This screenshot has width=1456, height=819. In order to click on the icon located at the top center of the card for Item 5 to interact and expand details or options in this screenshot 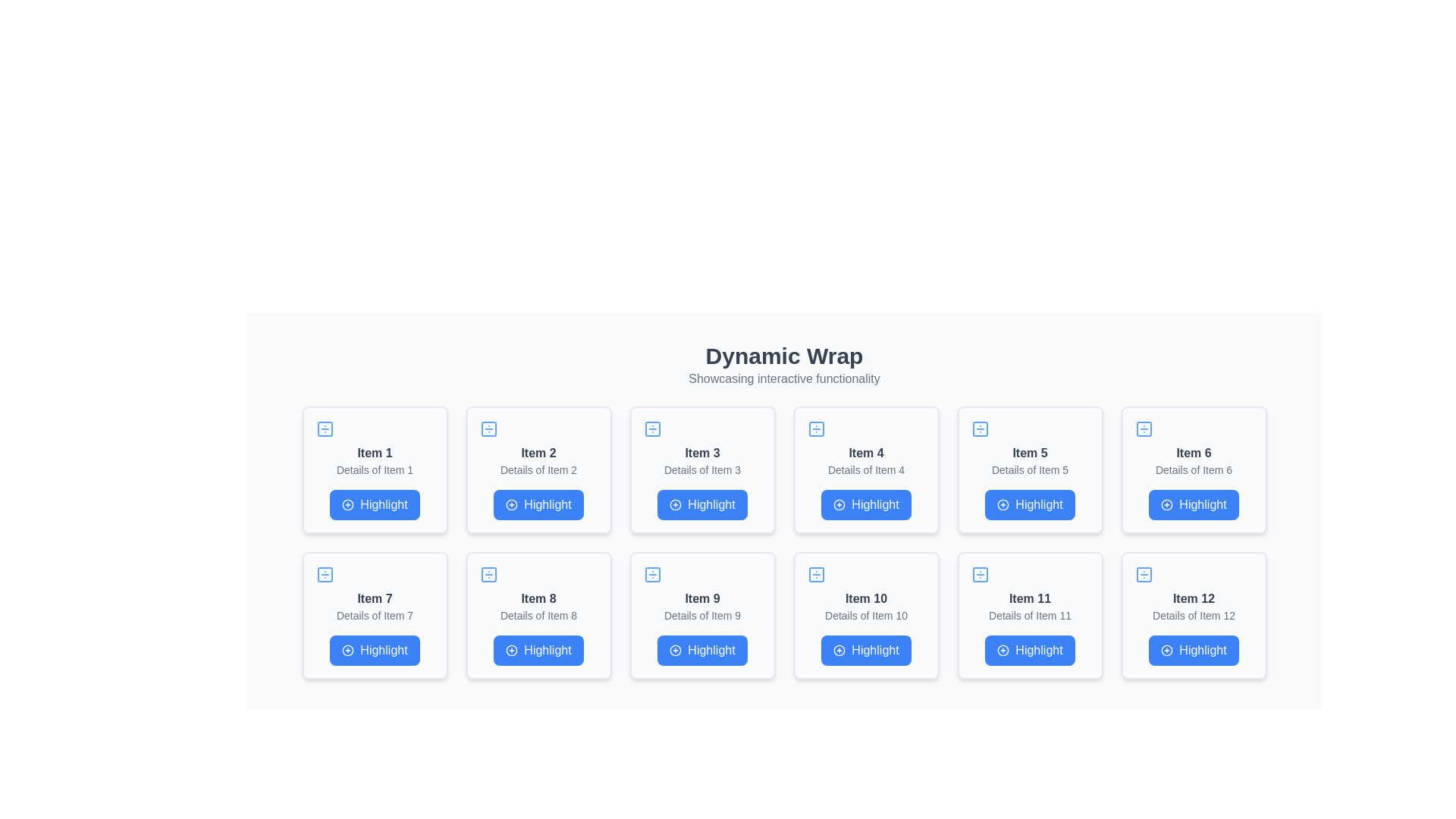, I will do `click(980, 429)`.